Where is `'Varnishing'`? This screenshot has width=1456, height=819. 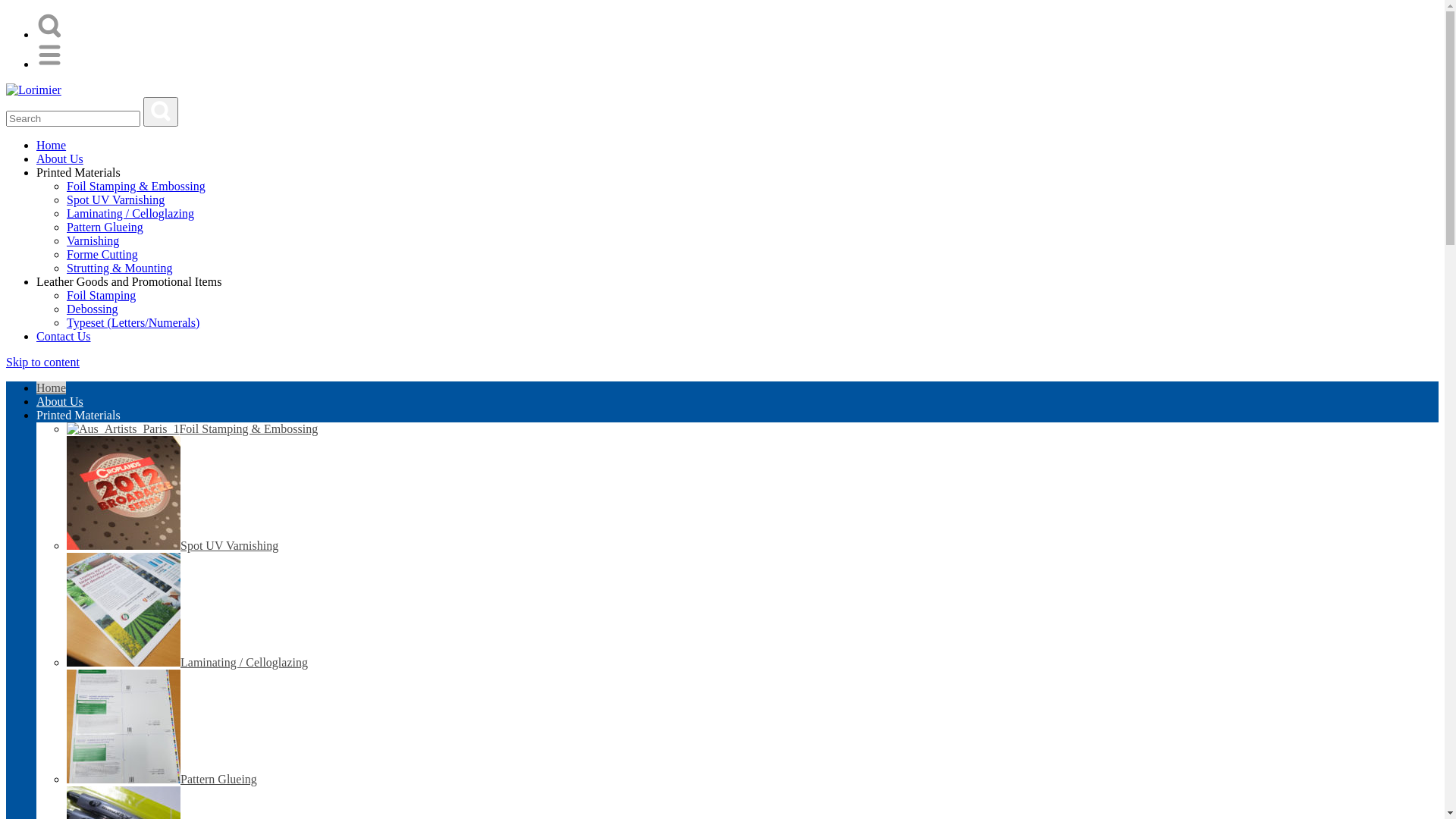
'Varnishing' is located at coordinates (92, 240).